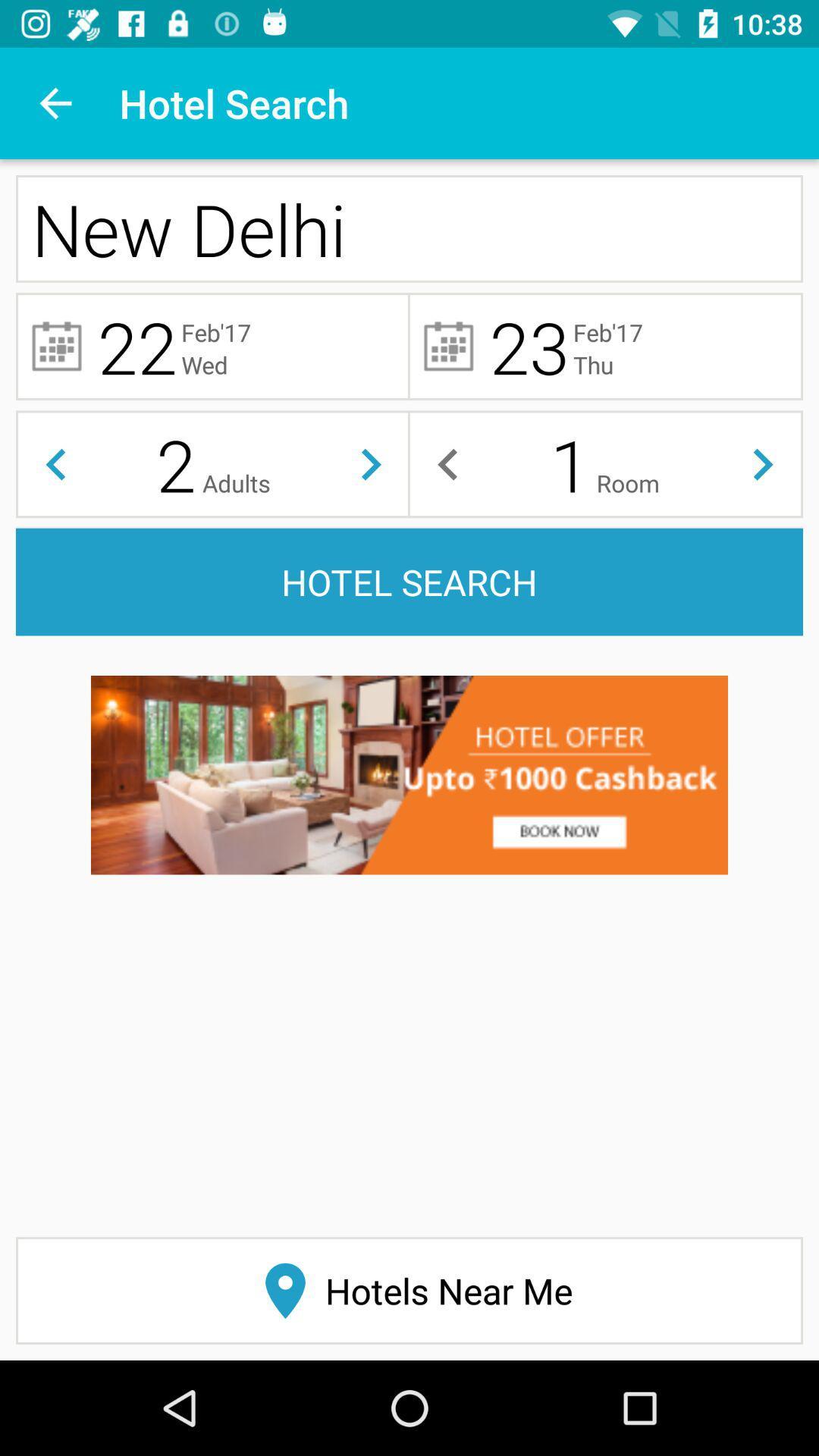 The width and height of the screenshot is (819, 1456). Describe the element at coordinates (763, 463) in the screenshot. I see `increase room` at that location.